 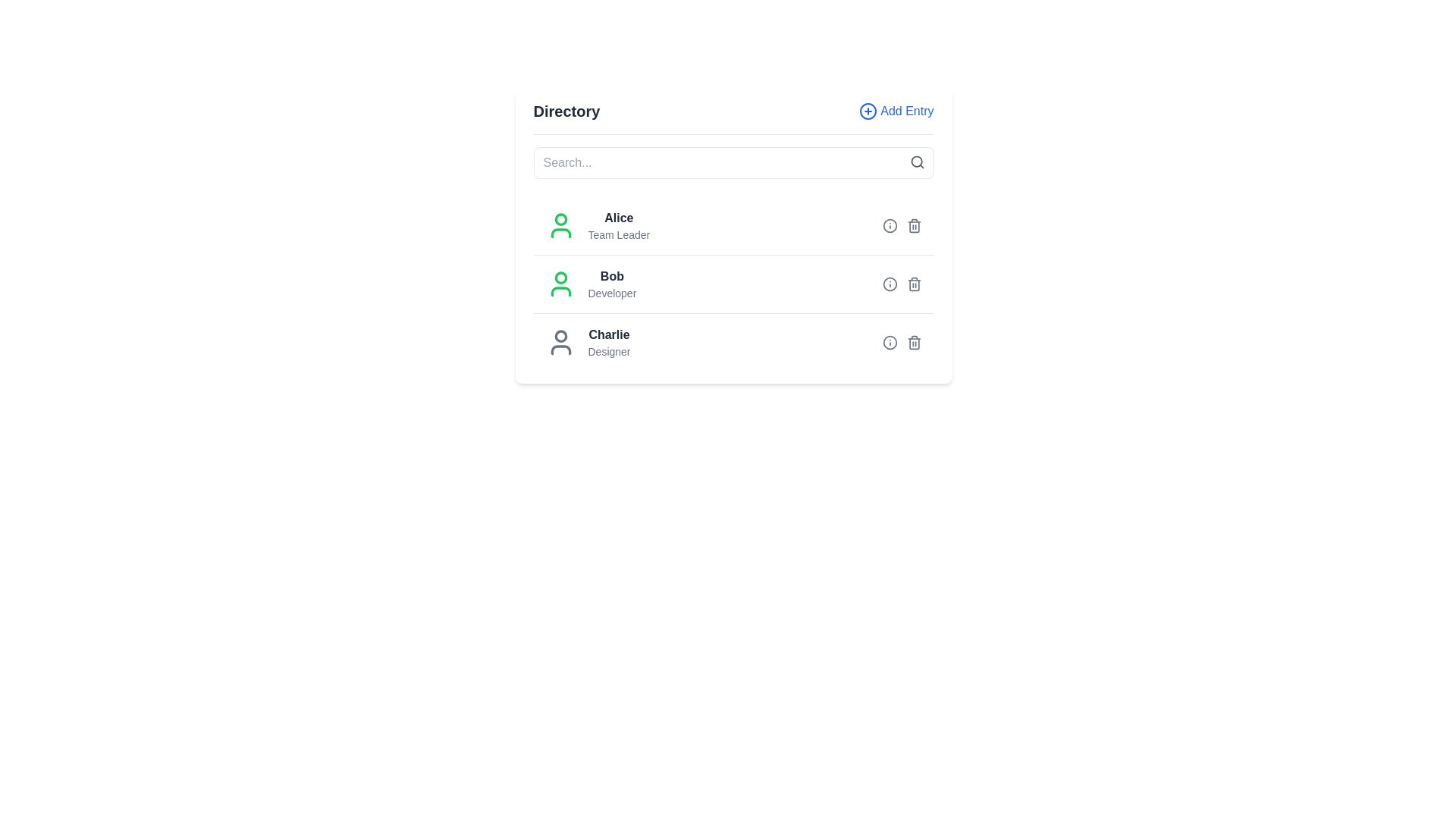 What do you see at coordinates (560, 335) in the screenshot?
I see `the circular graphic element within the user avatar icon located to the left of 'Charlie' in the 'Directory' section` at bounding box center [560, 335].